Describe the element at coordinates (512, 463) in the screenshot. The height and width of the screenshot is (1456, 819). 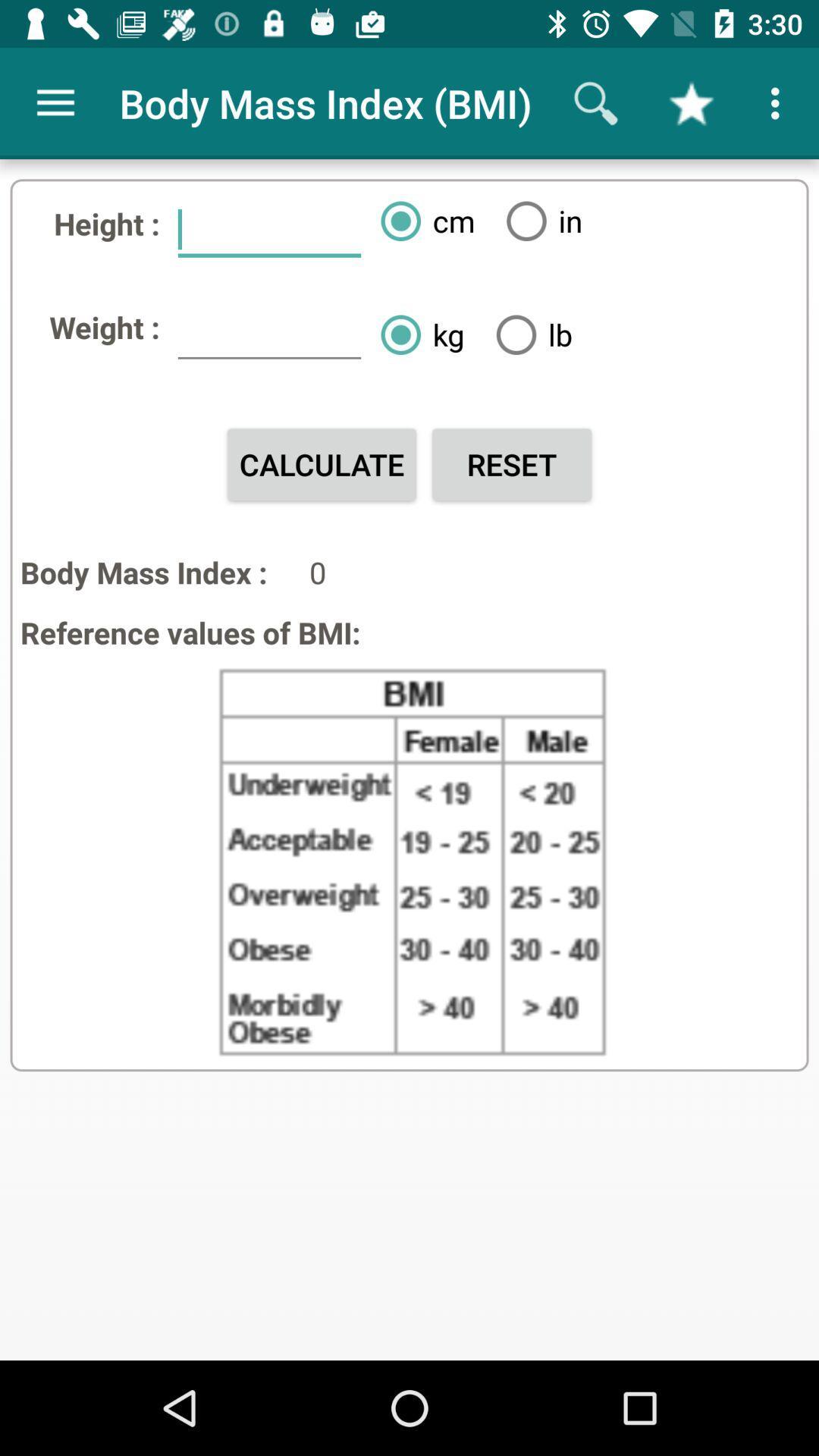
I see `item next to the calculate` at that location.